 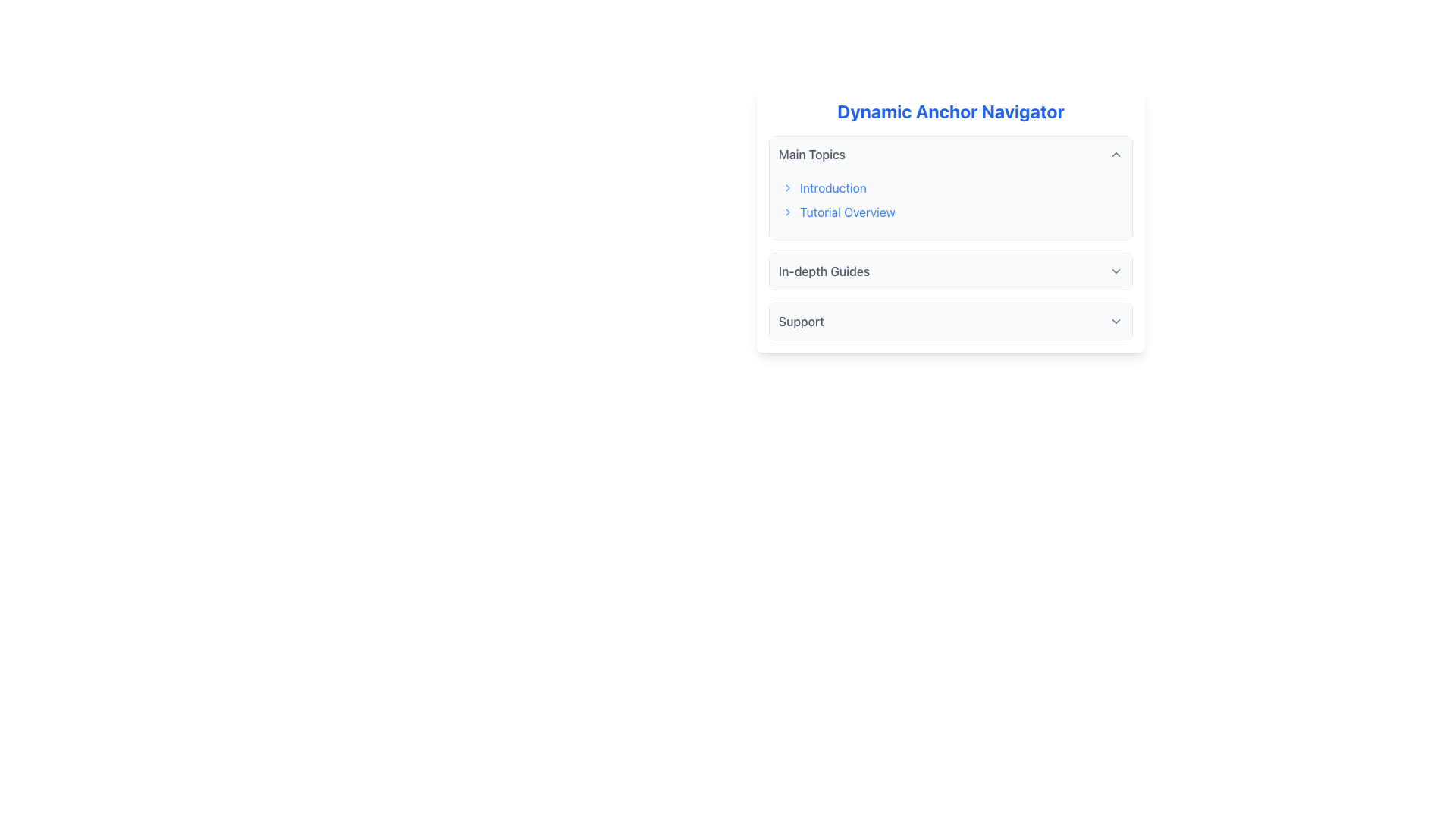 What do you see at coordinates (1116, 271) in the screenshot?
I see `the small, gray, downward-pointing chevron icon` at bounding box center [1116, 271].